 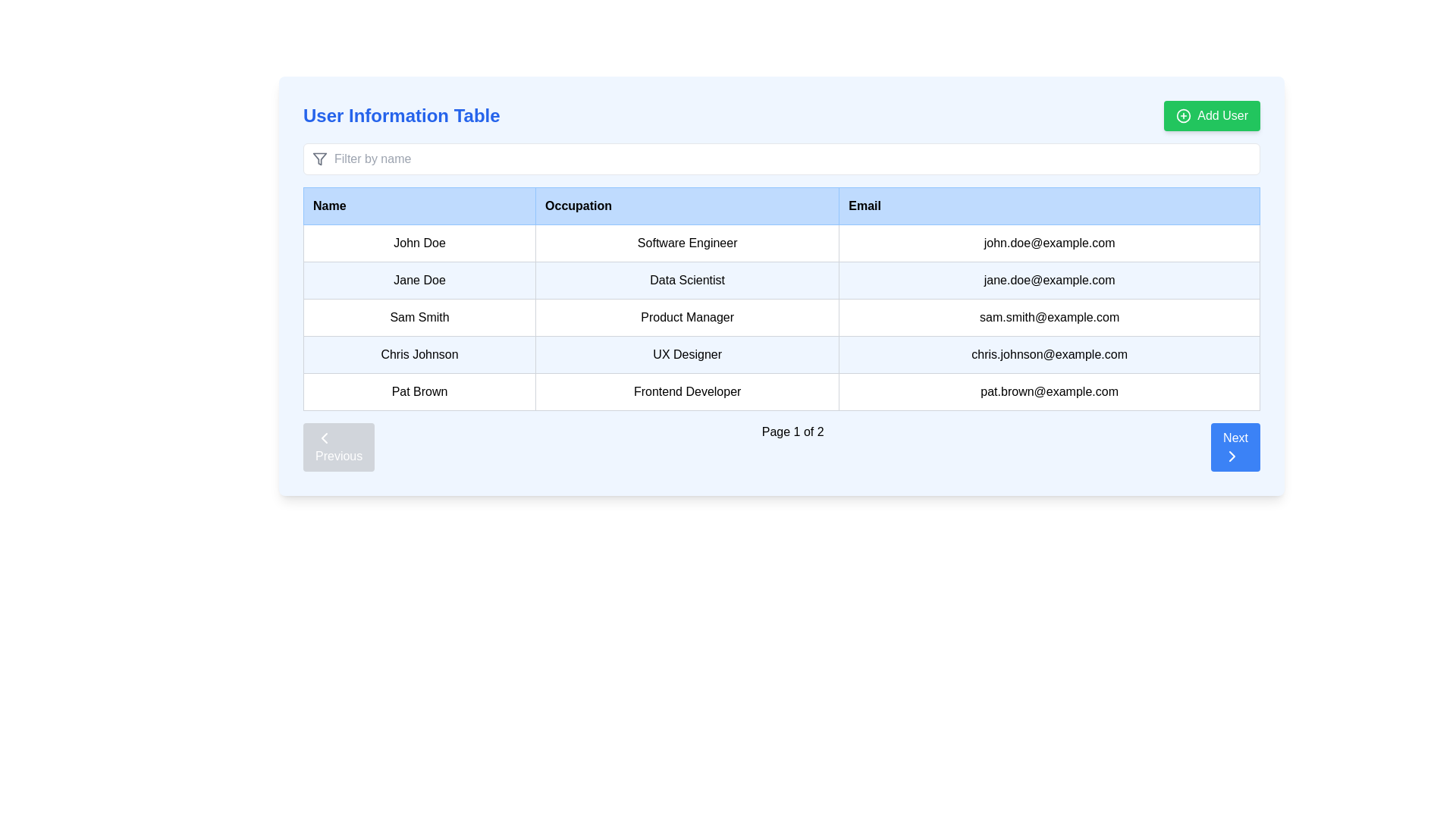 What do you see at coordinates (338, 447) in the screenshot?
I see `the disabled previous page button located at the bottom-left of the pagination section, which is styled in gray to indicate it is currently inactive` at bounding box center [338, 447].